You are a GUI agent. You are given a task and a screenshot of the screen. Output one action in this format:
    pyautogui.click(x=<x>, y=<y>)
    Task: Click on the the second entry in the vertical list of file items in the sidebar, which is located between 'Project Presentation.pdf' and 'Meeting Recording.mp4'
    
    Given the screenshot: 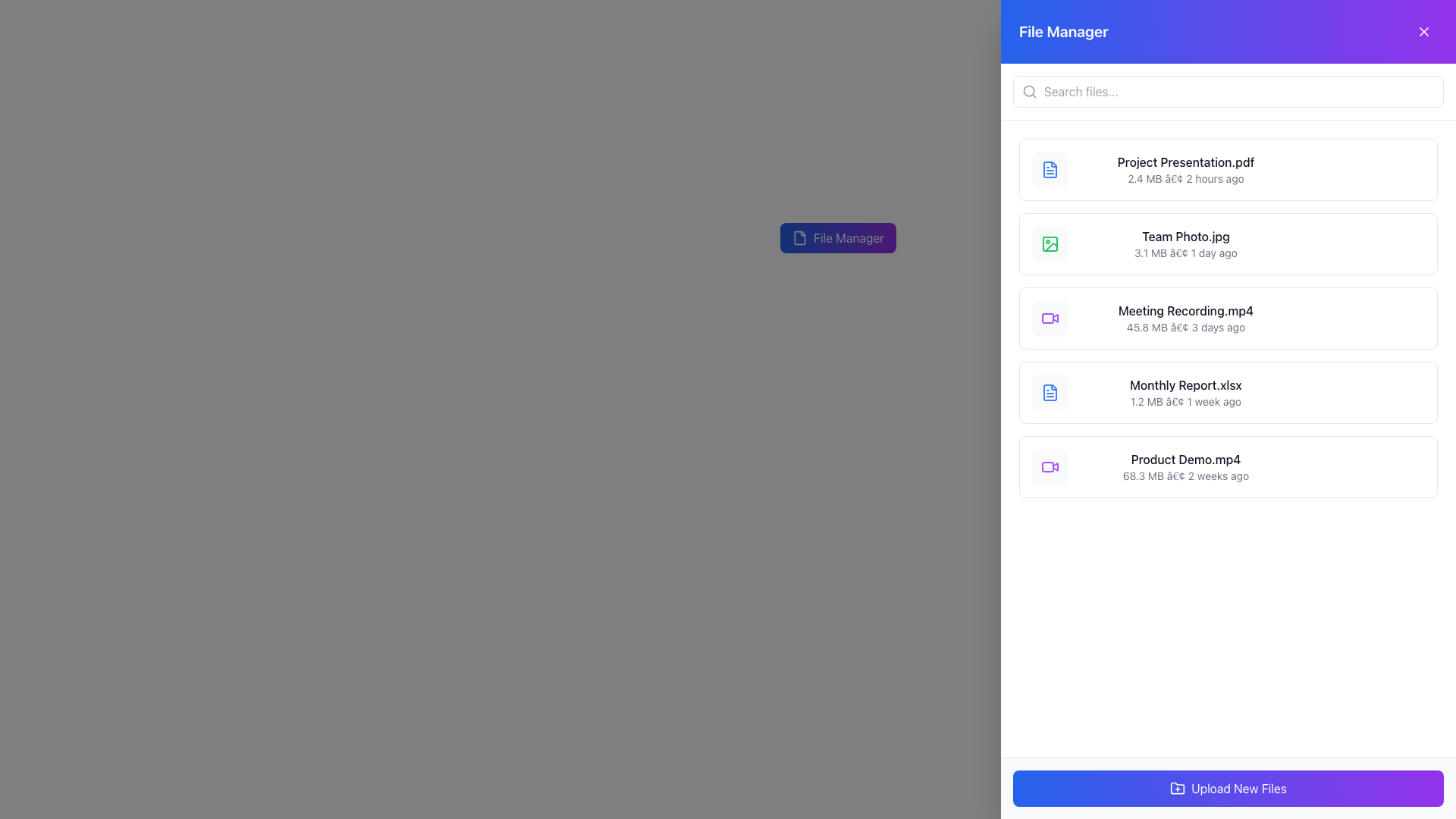 What is the action you would take?
    pyautogui.click(x=1185, y=243)
    